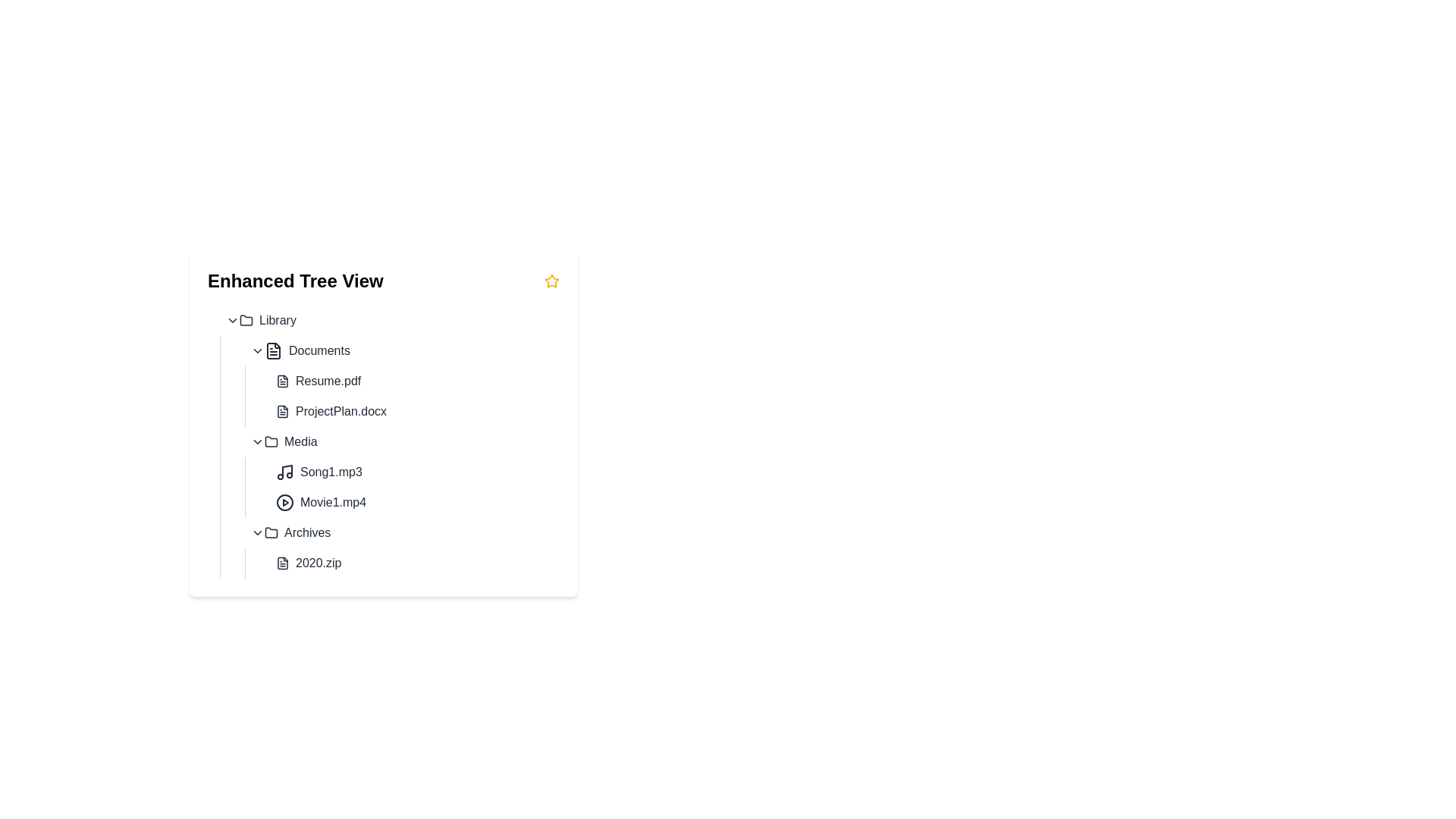 The height and width of the screenshot is (819, 1456). What do you see at coordinates (318, 563) in the screenshot?
I see `the text label representing the file '2020.zip'` at bounding box center [318, 563].